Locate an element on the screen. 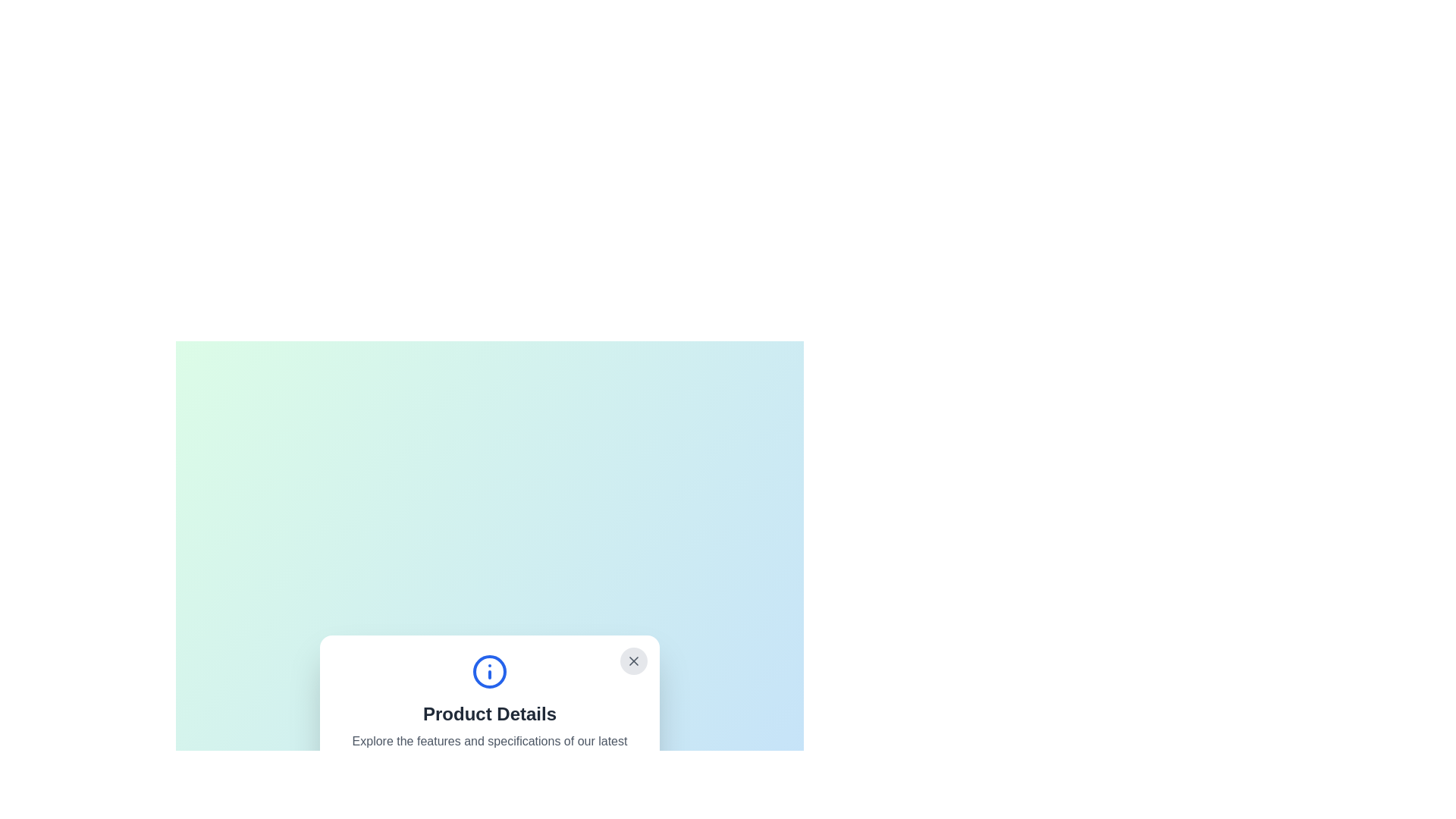 The width and height of the screenshot is (1456, 819). circular graphical element with a blue outline and white fill, located within the 'Product Details' pop-up window, by hovering over it is located at coordinates (490, 671).